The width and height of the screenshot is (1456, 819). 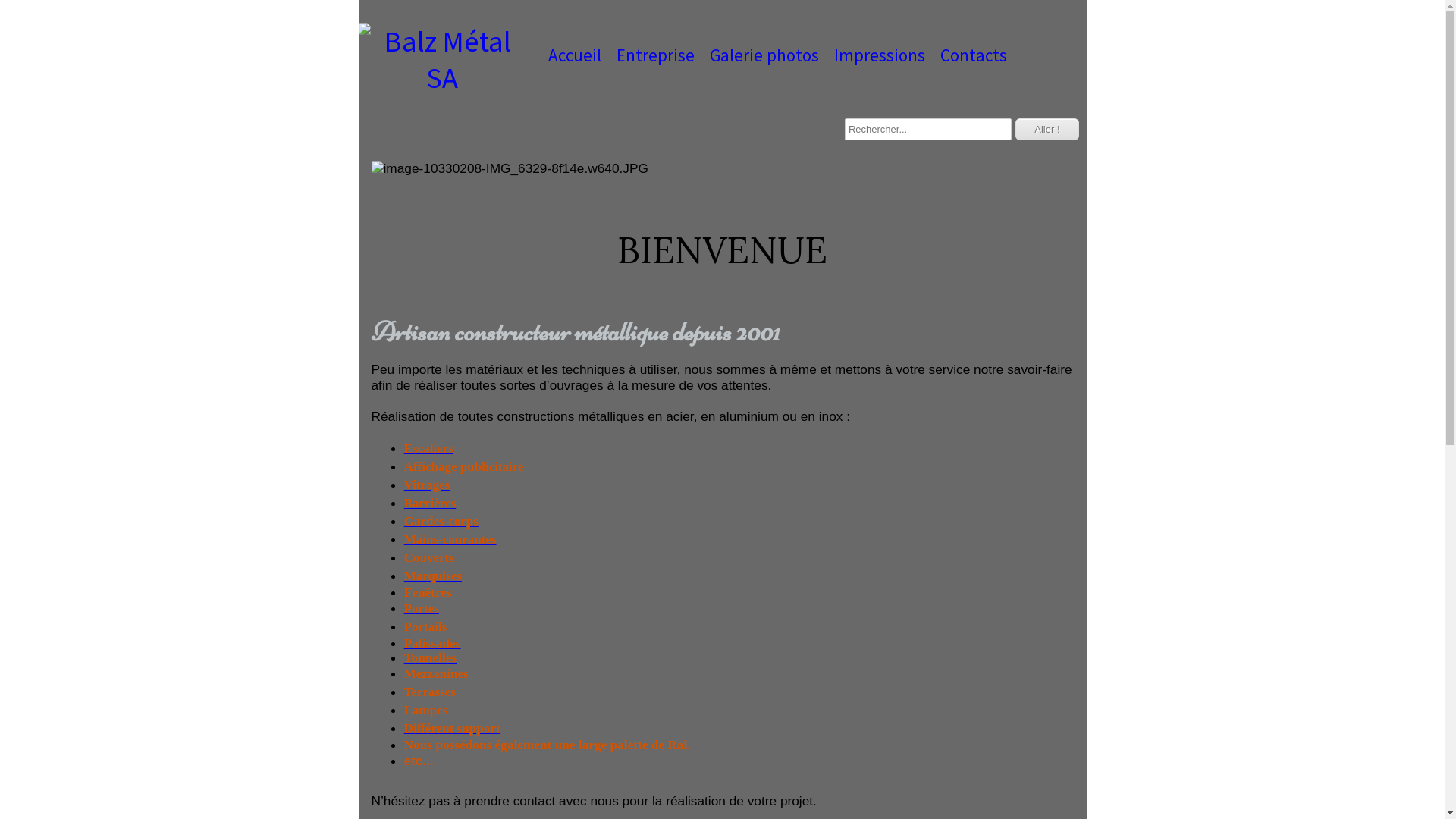 I want to click on 'Gardes-corps', so click(x=440, y=520).